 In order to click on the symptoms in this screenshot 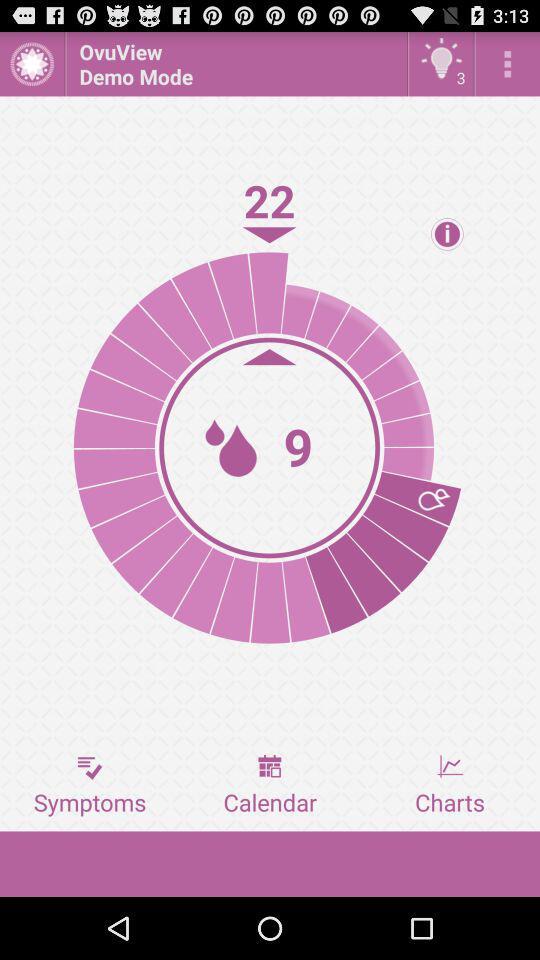, I will do `click(89, 785)`.